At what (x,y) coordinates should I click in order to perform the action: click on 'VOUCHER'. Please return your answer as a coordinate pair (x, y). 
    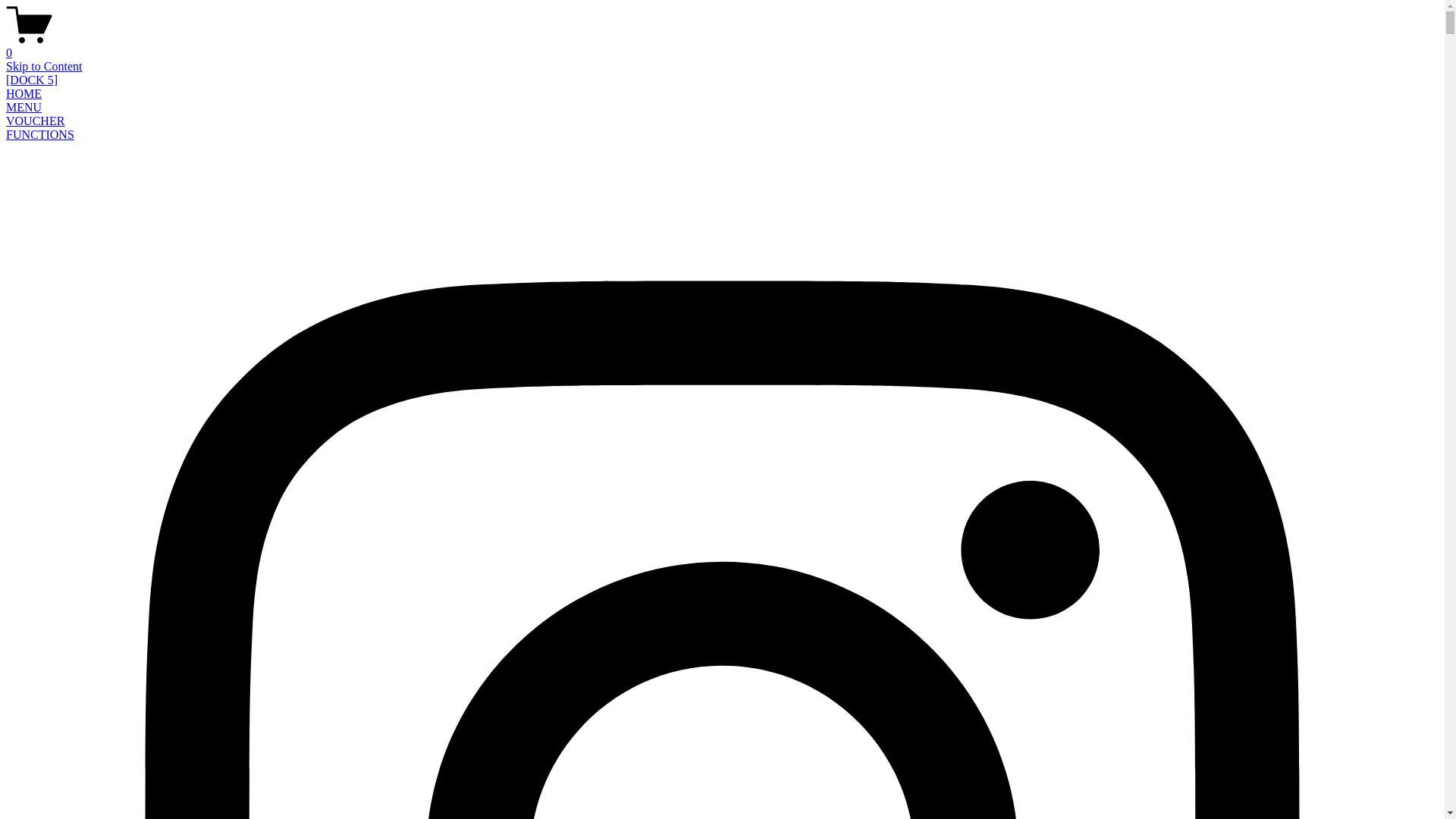
    Looking at the image, I should click on (35, 120).